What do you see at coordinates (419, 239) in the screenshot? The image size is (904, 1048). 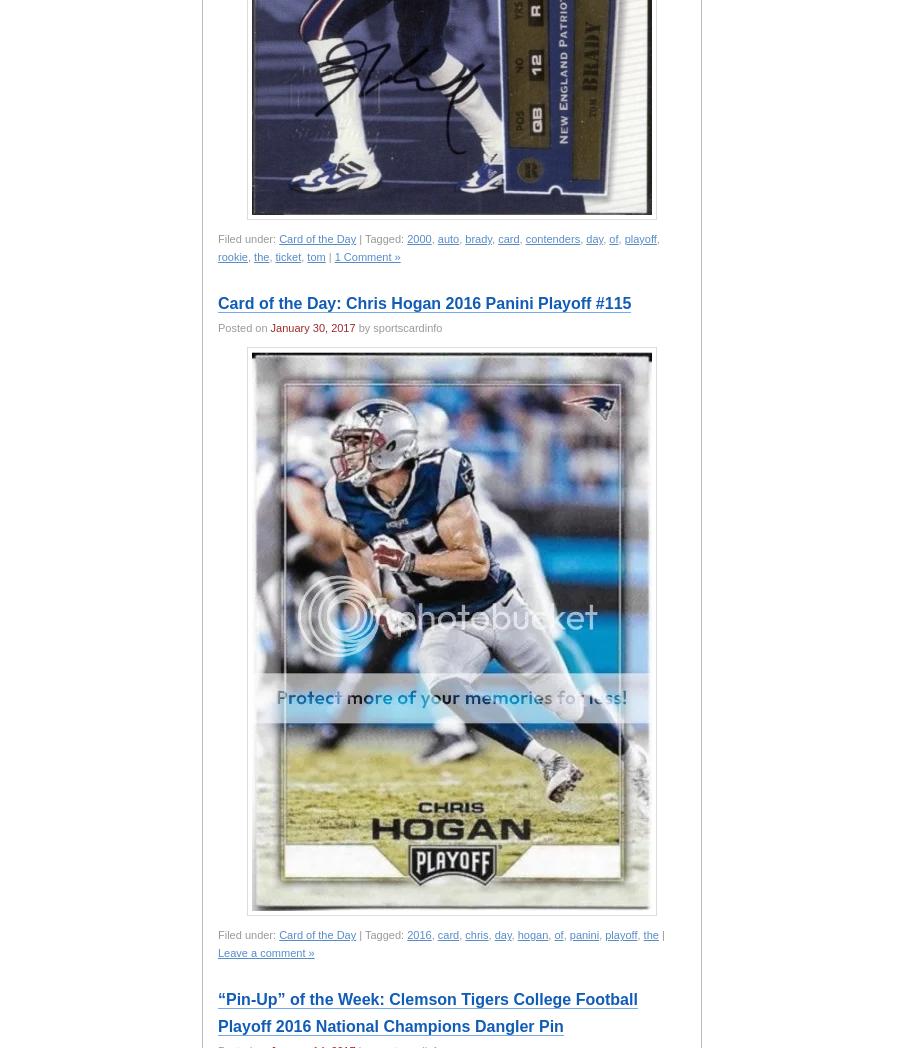 I see `'2000'` at bounding box center [419, 239].